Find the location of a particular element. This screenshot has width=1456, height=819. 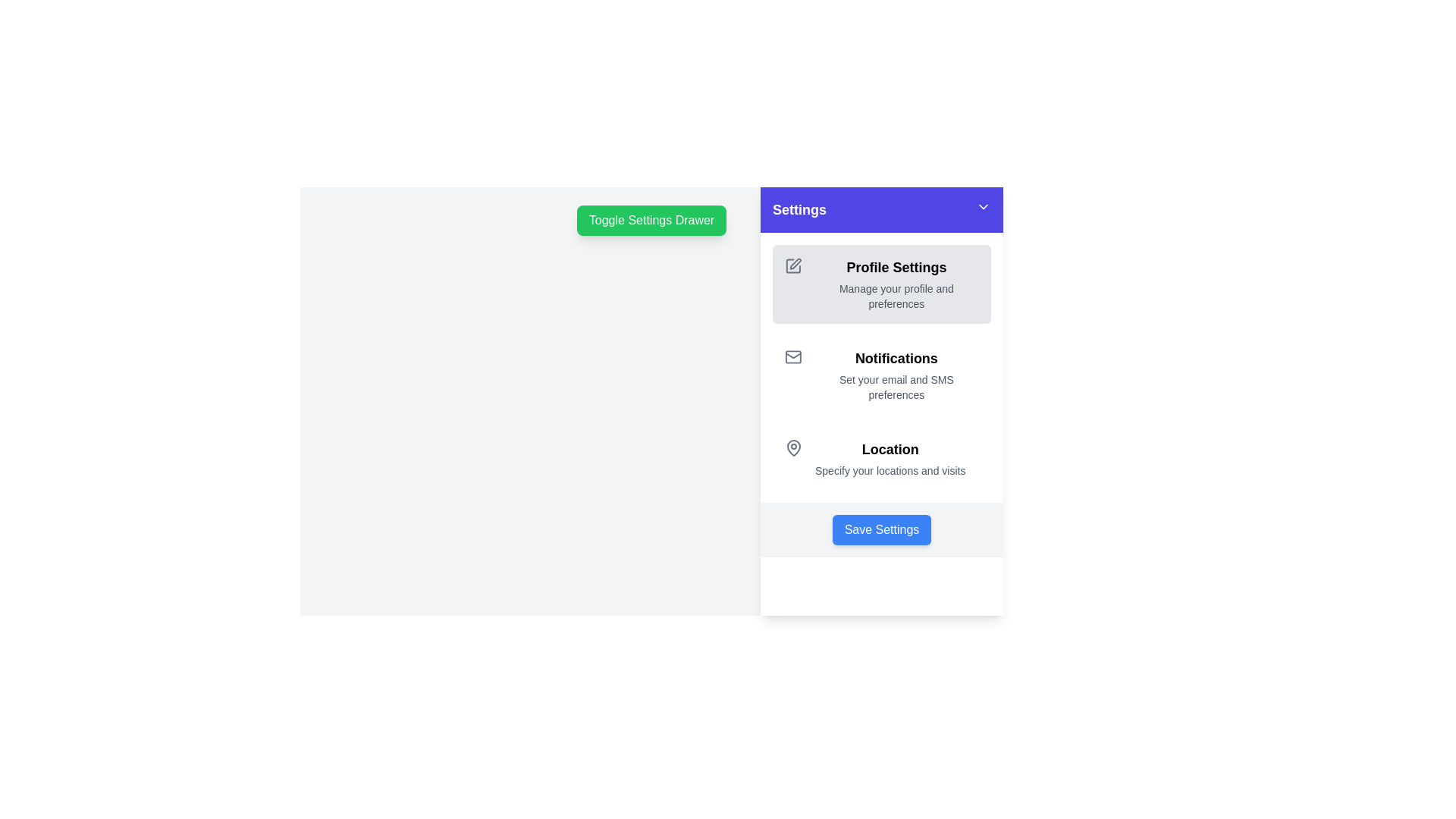

the map pin icon, which is the leading icon of the 'Location' section in the third row of settings options is located at coordinates (792, 447).